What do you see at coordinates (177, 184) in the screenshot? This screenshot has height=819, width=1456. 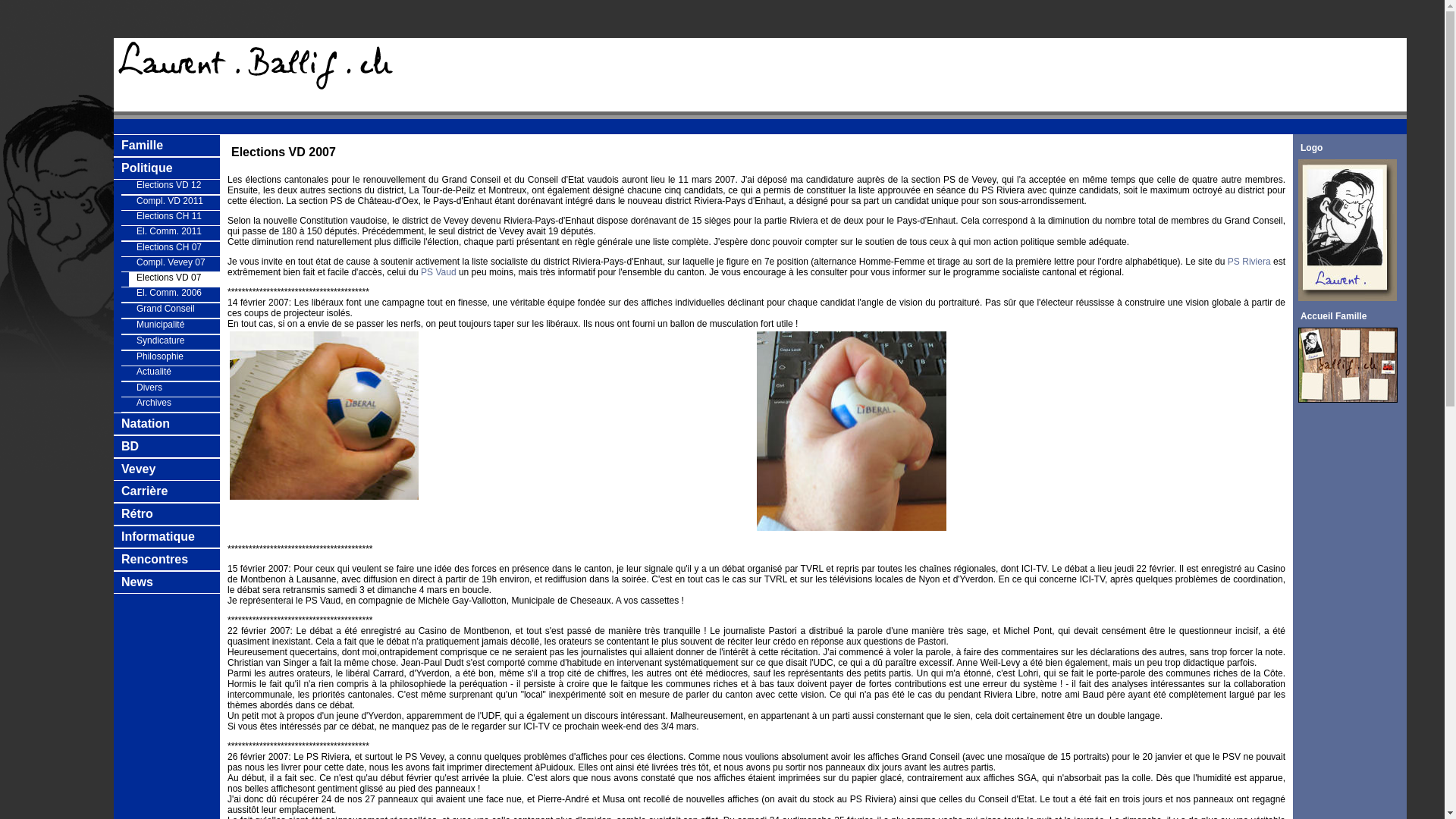 I see `'Elections VD 12'` at bounding box center [177, 184].